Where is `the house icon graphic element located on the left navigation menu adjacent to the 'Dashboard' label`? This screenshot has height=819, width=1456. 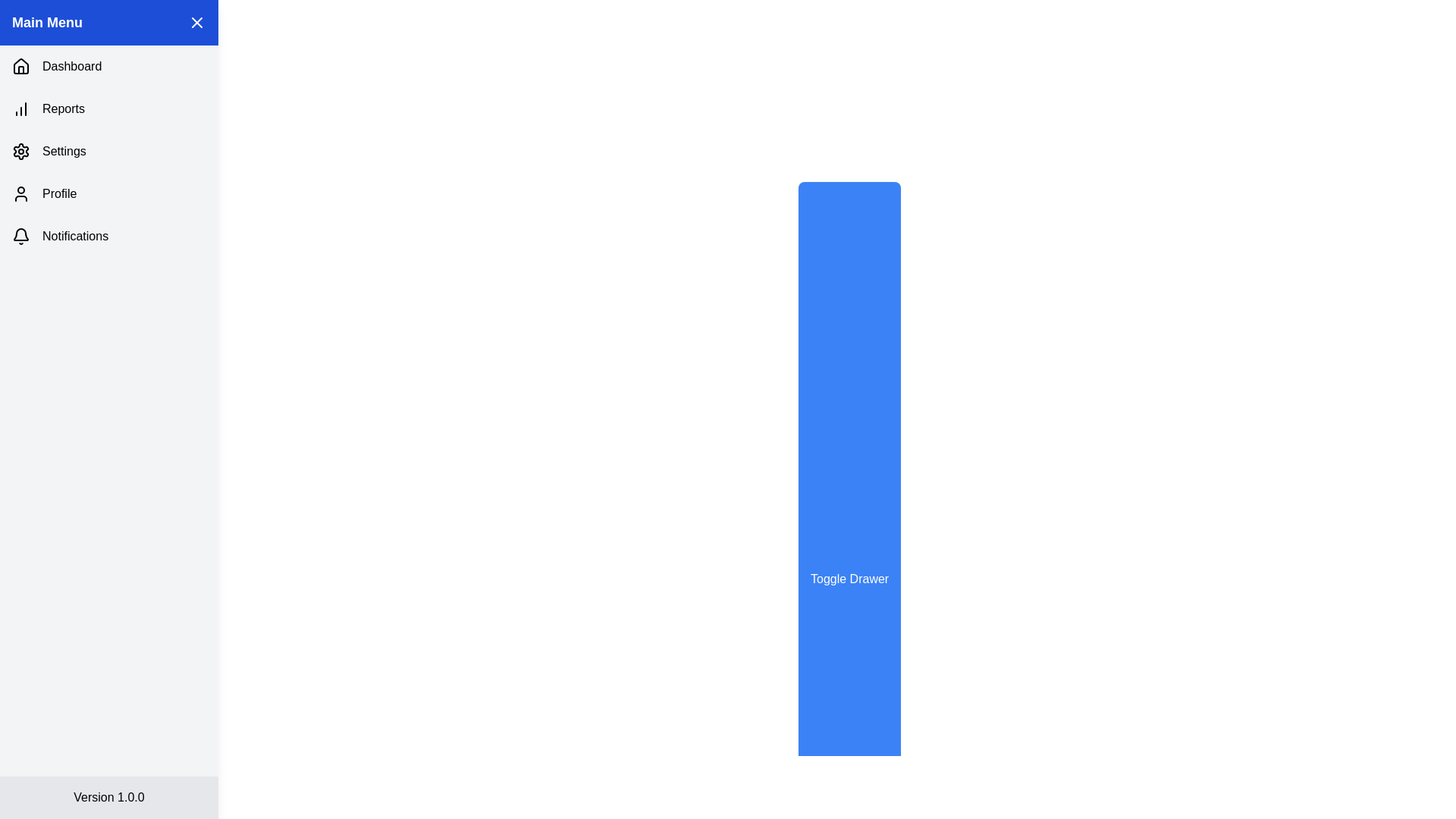
the house icon graphic element located on the left navigation menu adjacent to the 'Dashboard' label is located at coordinates (21, 70).